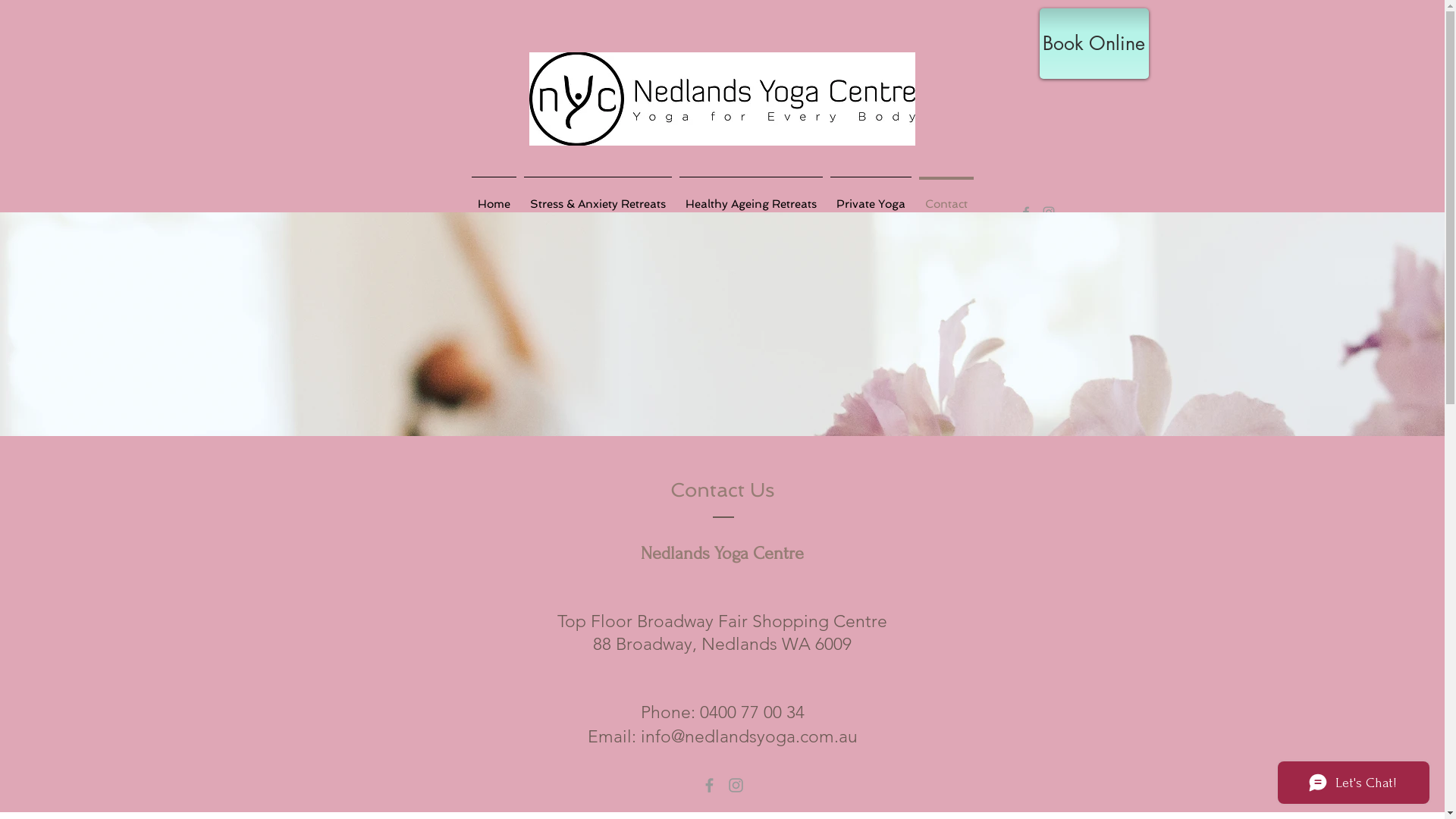 This screenshot has height=819, width=1456. What do you see at coordinates (1093, 42) in the screenshot?
I see `'Book Online'` at bounding box center [1093, 42].